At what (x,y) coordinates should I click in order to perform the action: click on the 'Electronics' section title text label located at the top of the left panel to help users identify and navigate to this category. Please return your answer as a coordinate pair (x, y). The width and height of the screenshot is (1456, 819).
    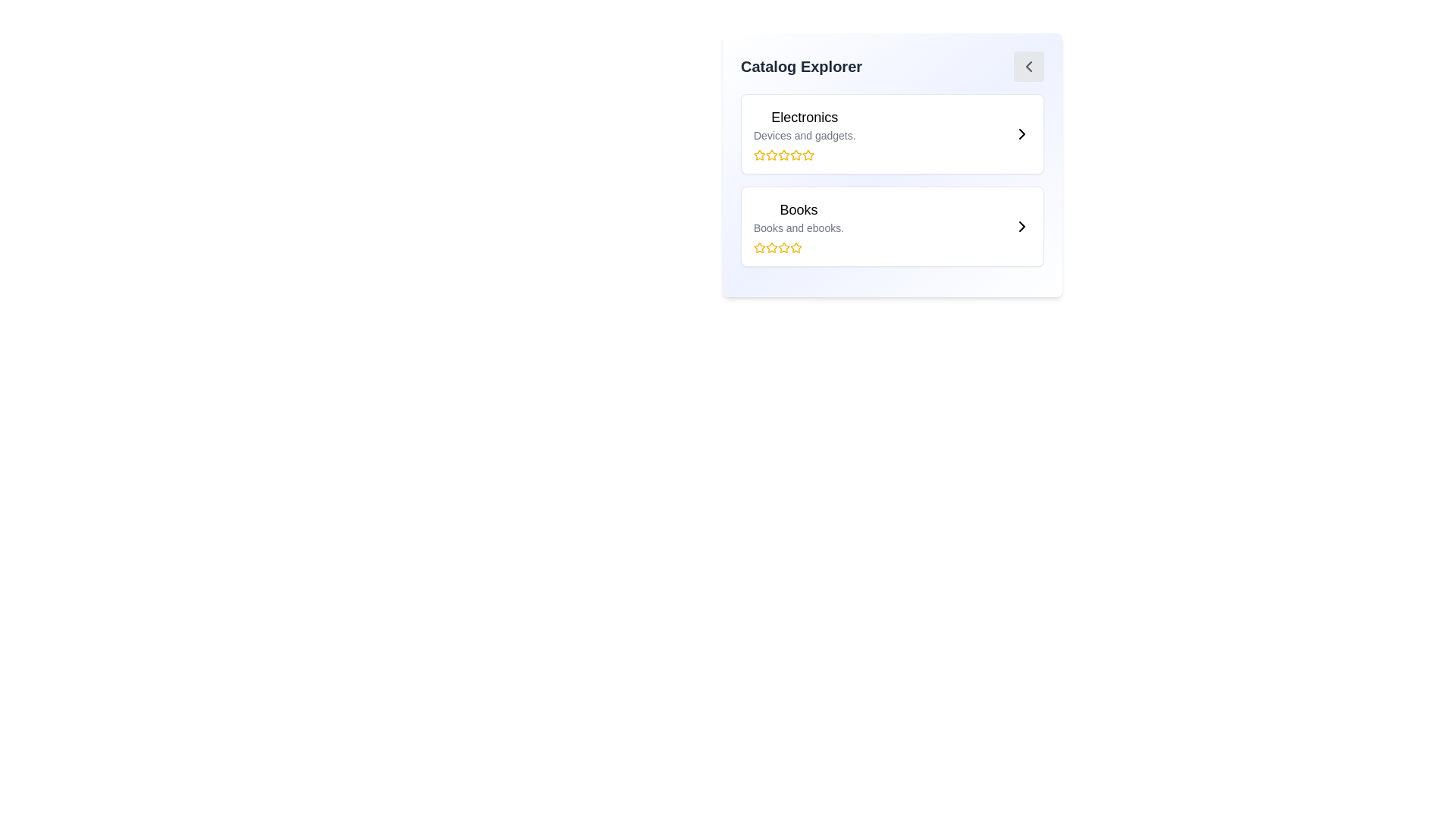
    Looking at the image, I should click on (804, 116).